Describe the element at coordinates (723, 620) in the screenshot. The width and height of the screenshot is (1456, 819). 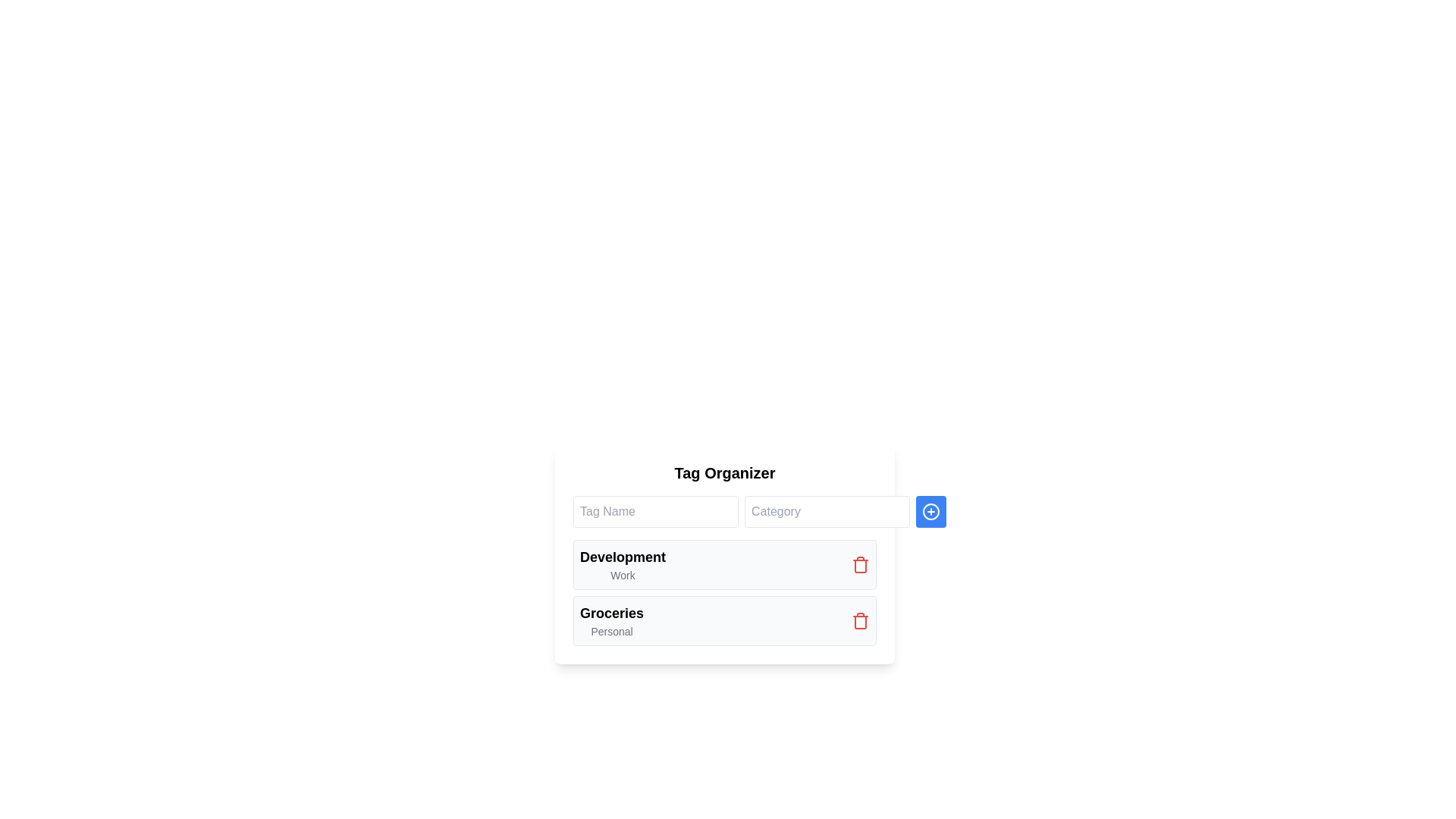
I see `labels of the categorized list item labeled 'Groceries' with the subcategory 'Personal', which is the second item in the vertical list` at that location.